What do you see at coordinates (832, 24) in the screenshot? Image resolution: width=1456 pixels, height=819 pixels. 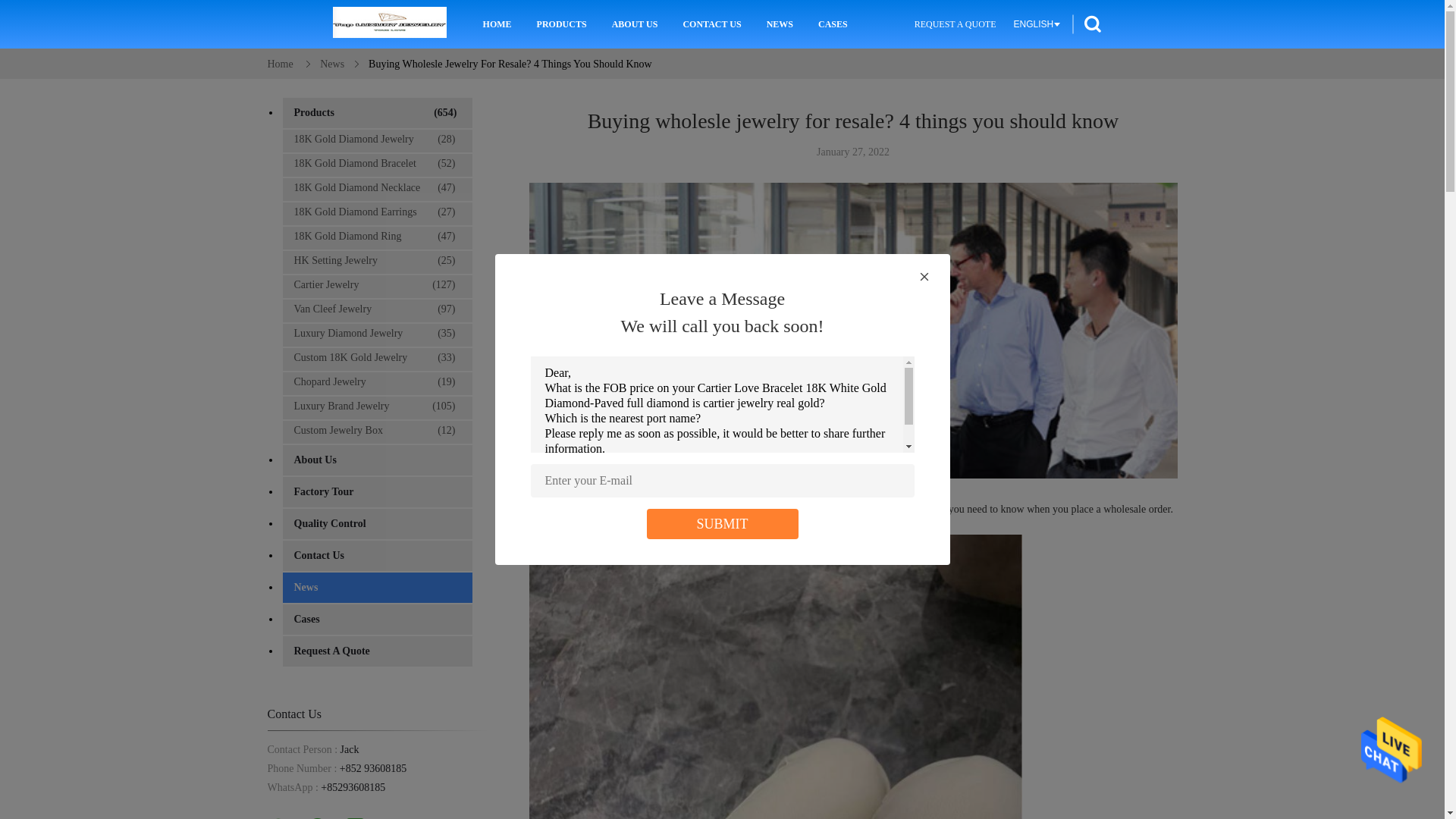 I see `'CASES'` at bounding box center [832, 24].